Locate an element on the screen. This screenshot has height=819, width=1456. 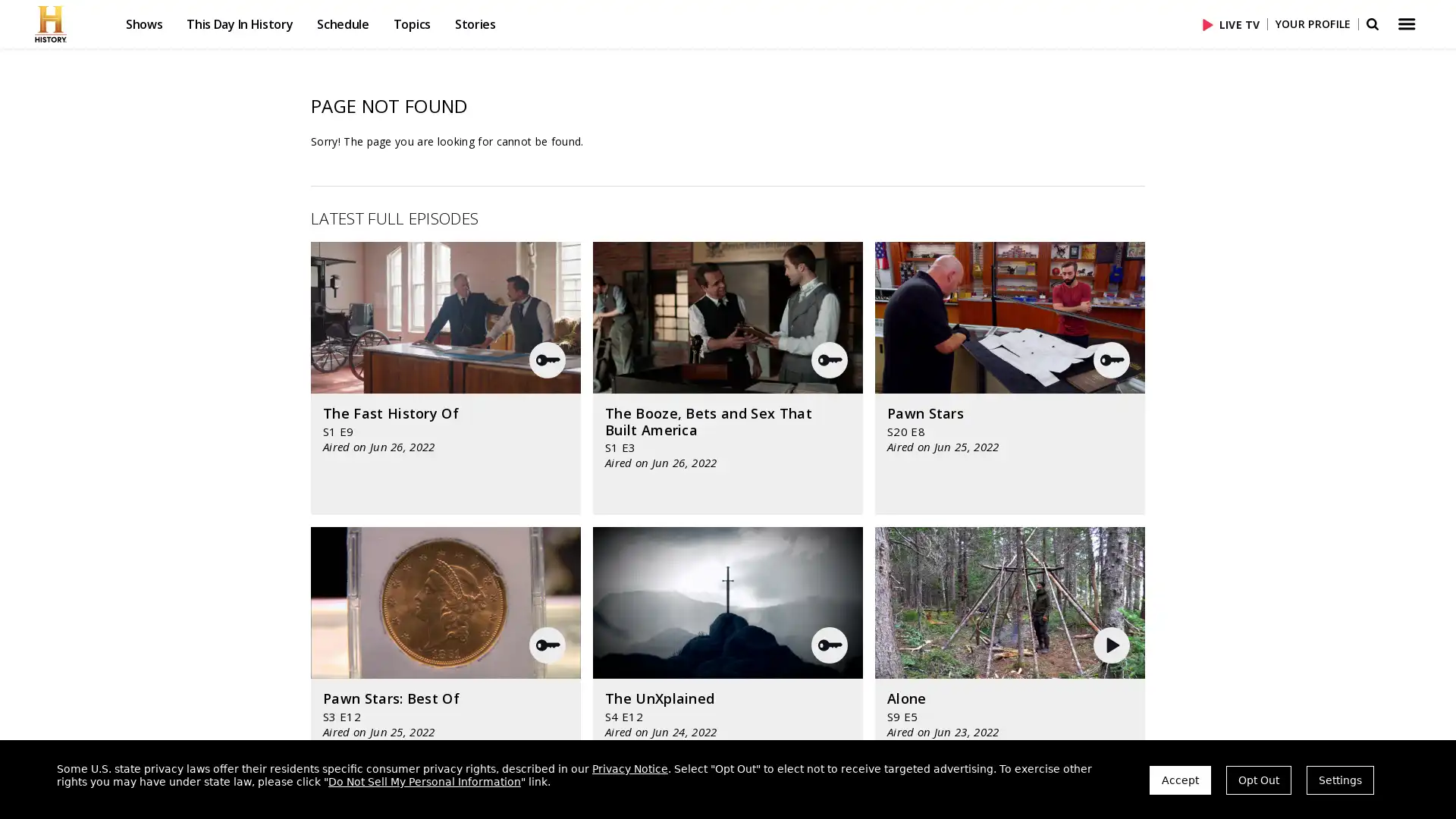
Q is located at coordinates (546, 645).